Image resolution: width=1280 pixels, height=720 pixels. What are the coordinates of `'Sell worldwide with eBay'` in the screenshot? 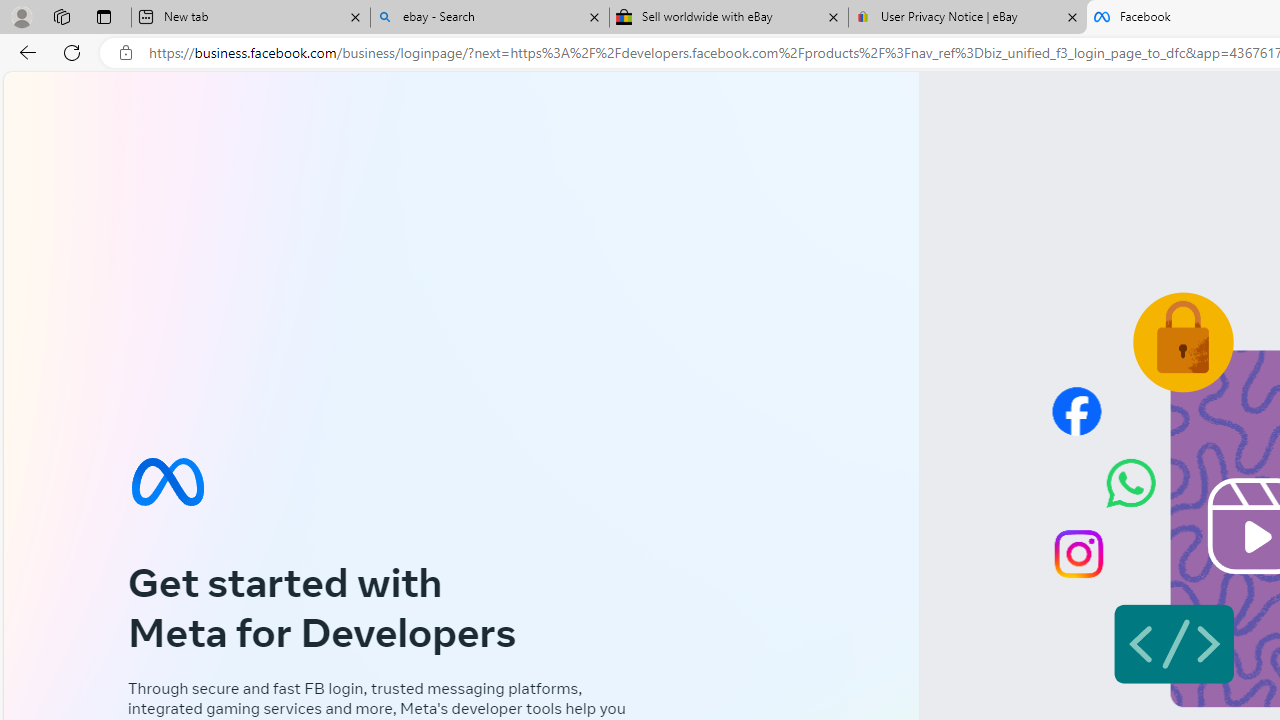 It's located at (728, 17).